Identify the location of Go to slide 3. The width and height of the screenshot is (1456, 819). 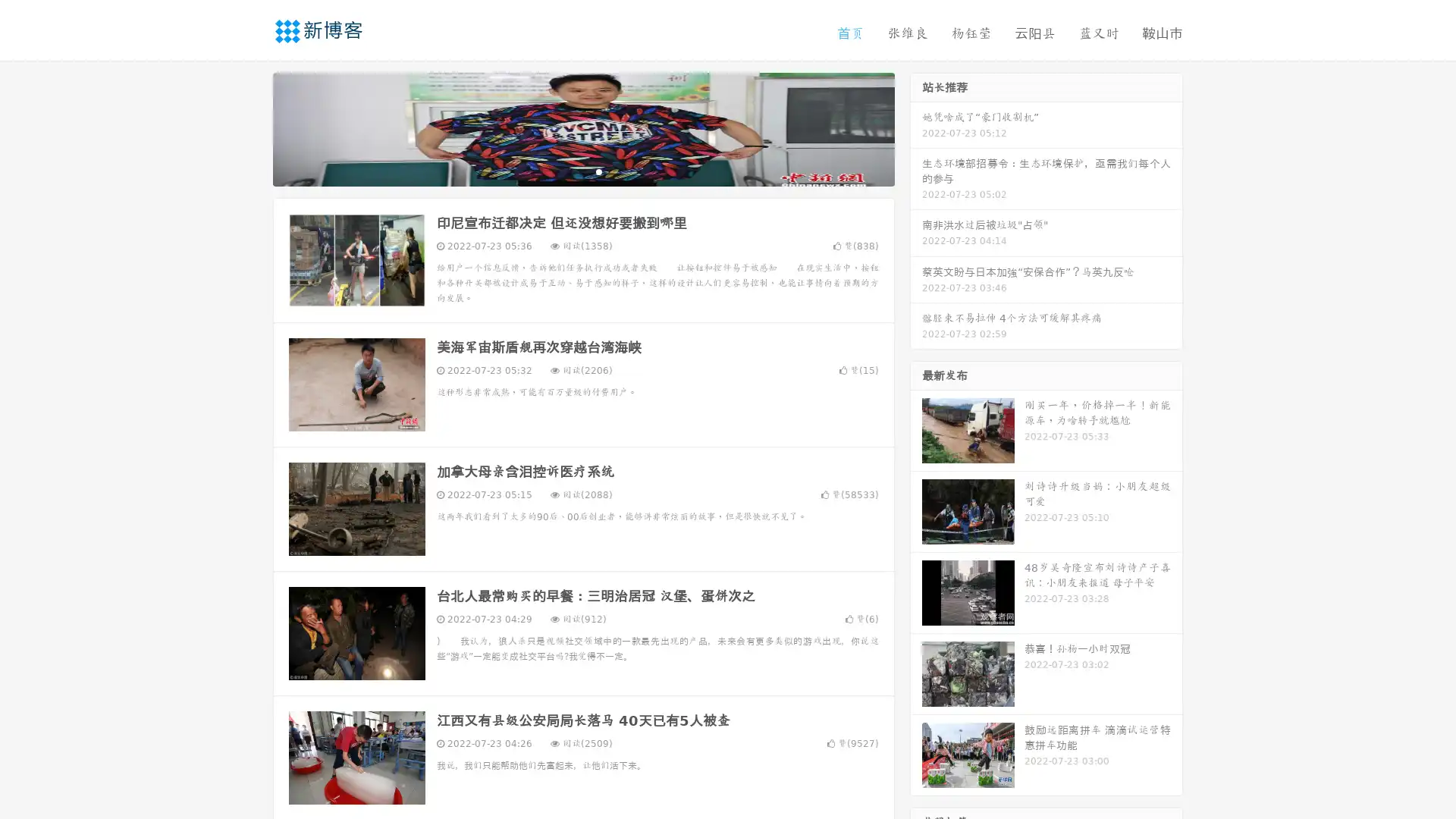
(598, 171).